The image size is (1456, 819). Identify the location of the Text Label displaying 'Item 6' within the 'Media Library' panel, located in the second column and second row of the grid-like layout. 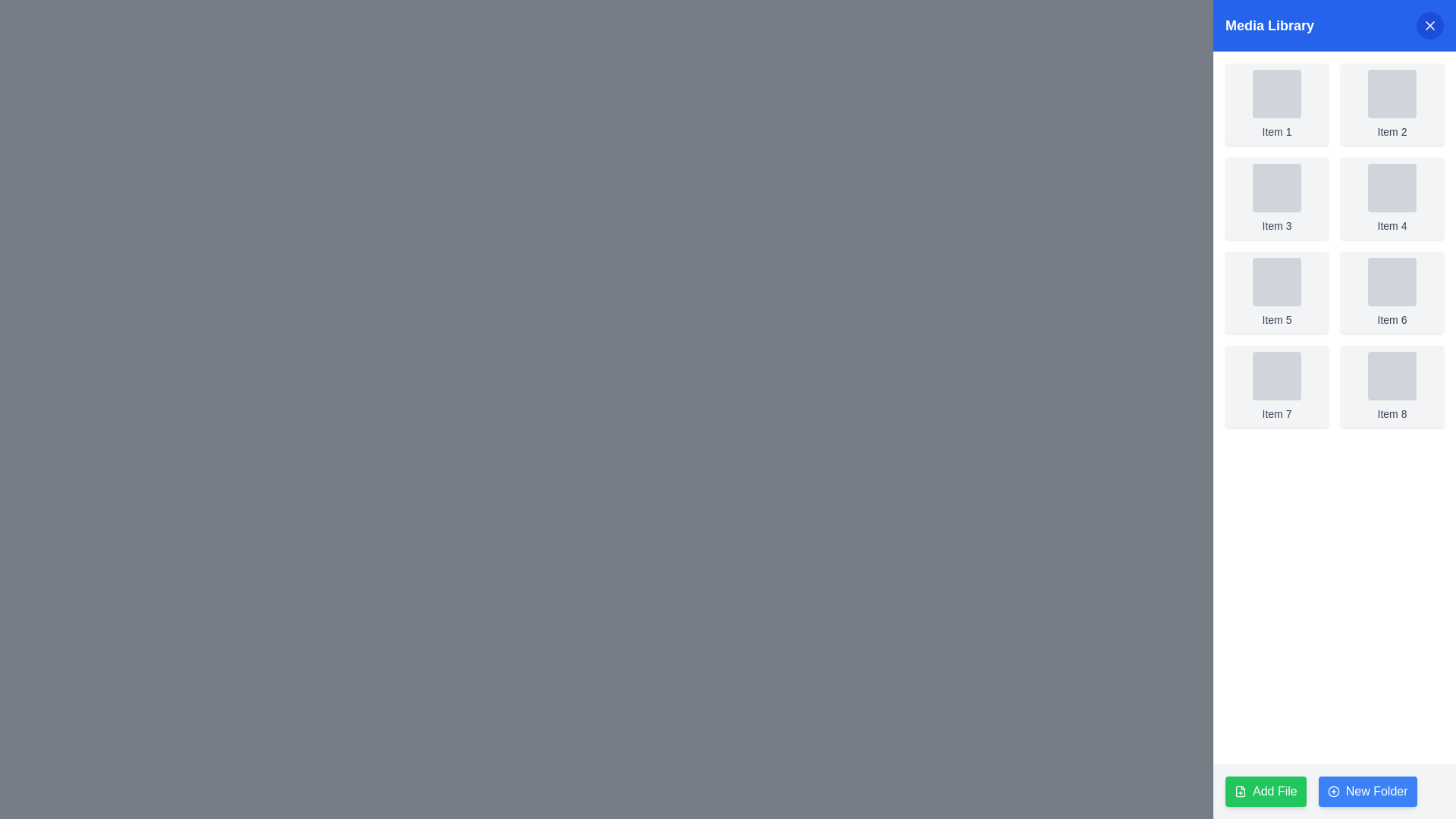
(1392, 318).